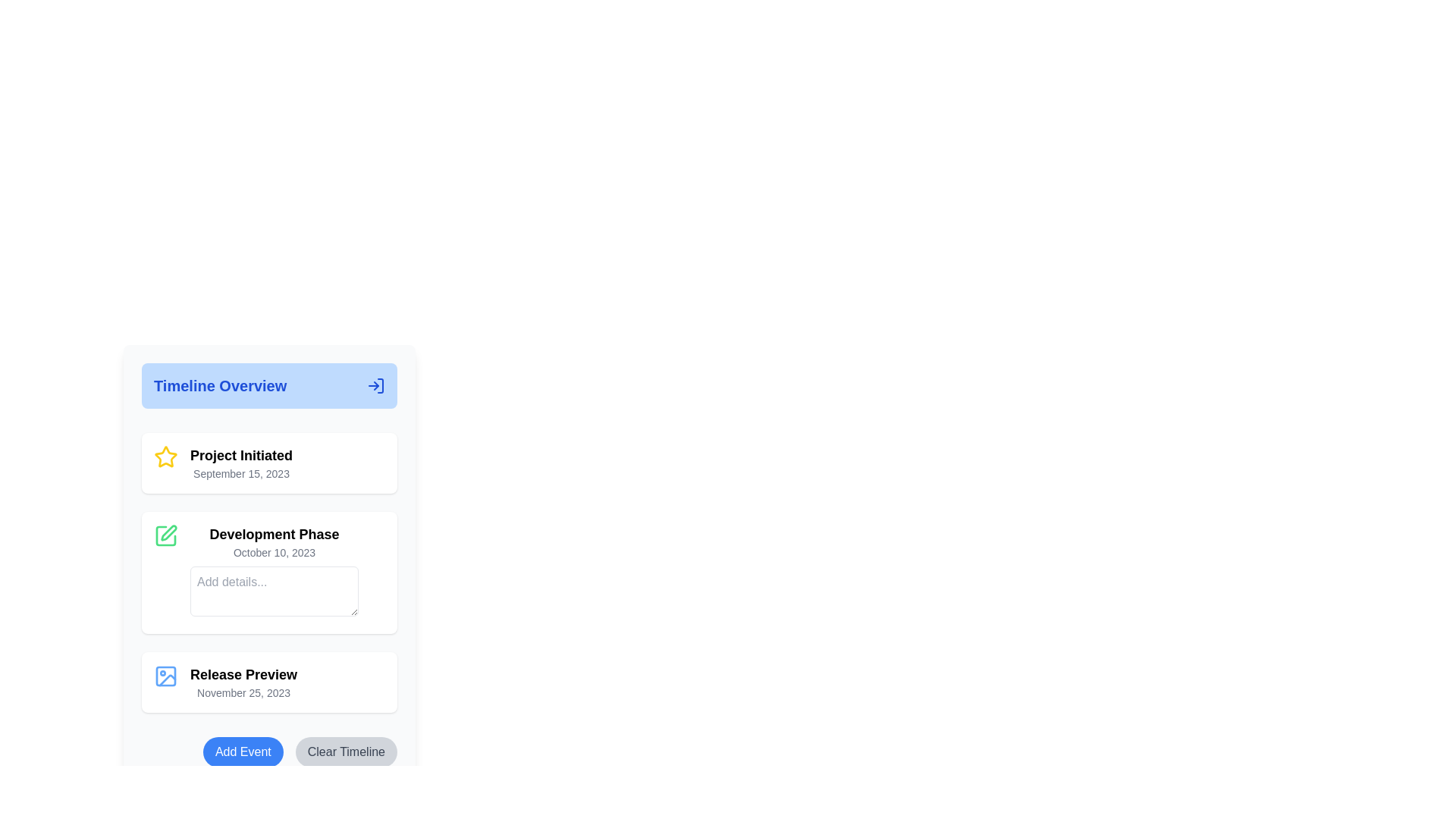 Image resolution: width=1456 pixels, height=819 pixels. Describe the element at coordinates (269, 752) in the screenshot. I see `the 'Add Event' button located at the bottom of the 'Timeline Overview' section` at that location.